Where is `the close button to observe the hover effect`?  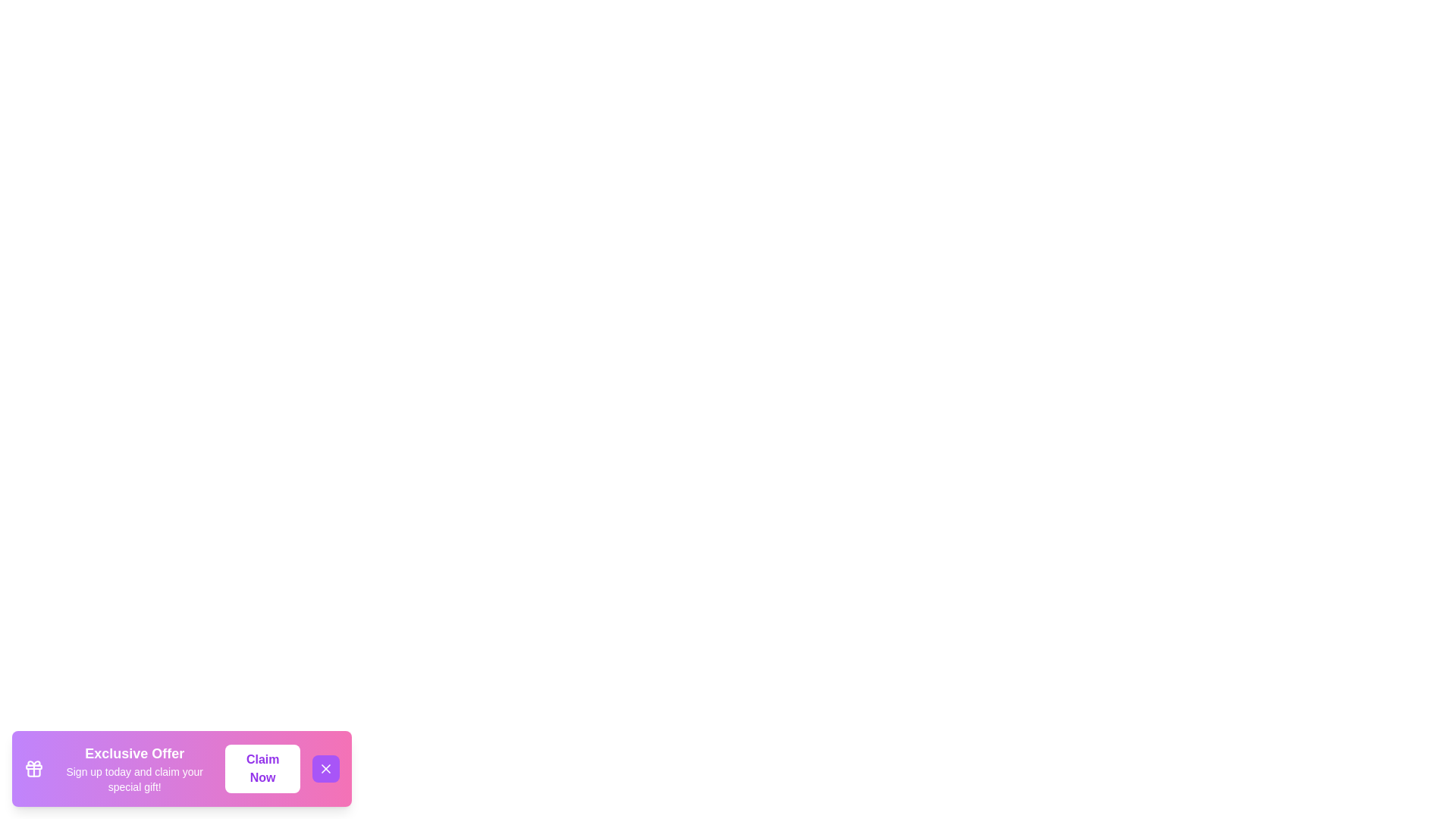 the close button to observe the hover effect is located at coordinates (325, 769).